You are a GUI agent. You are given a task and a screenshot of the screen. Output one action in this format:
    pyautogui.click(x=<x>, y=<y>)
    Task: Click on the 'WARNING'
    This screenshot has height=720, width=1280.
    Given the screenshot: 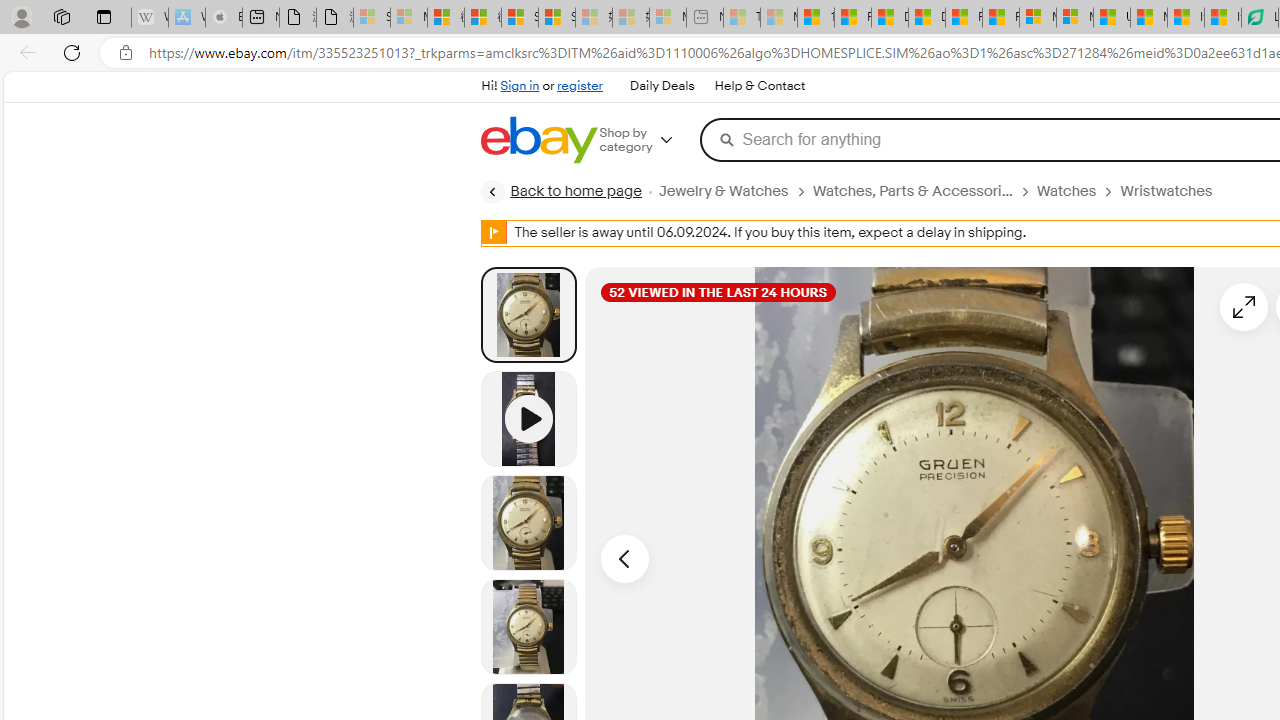 What is the action you would take?
    pyautogui.click(x=494, y=231)
    